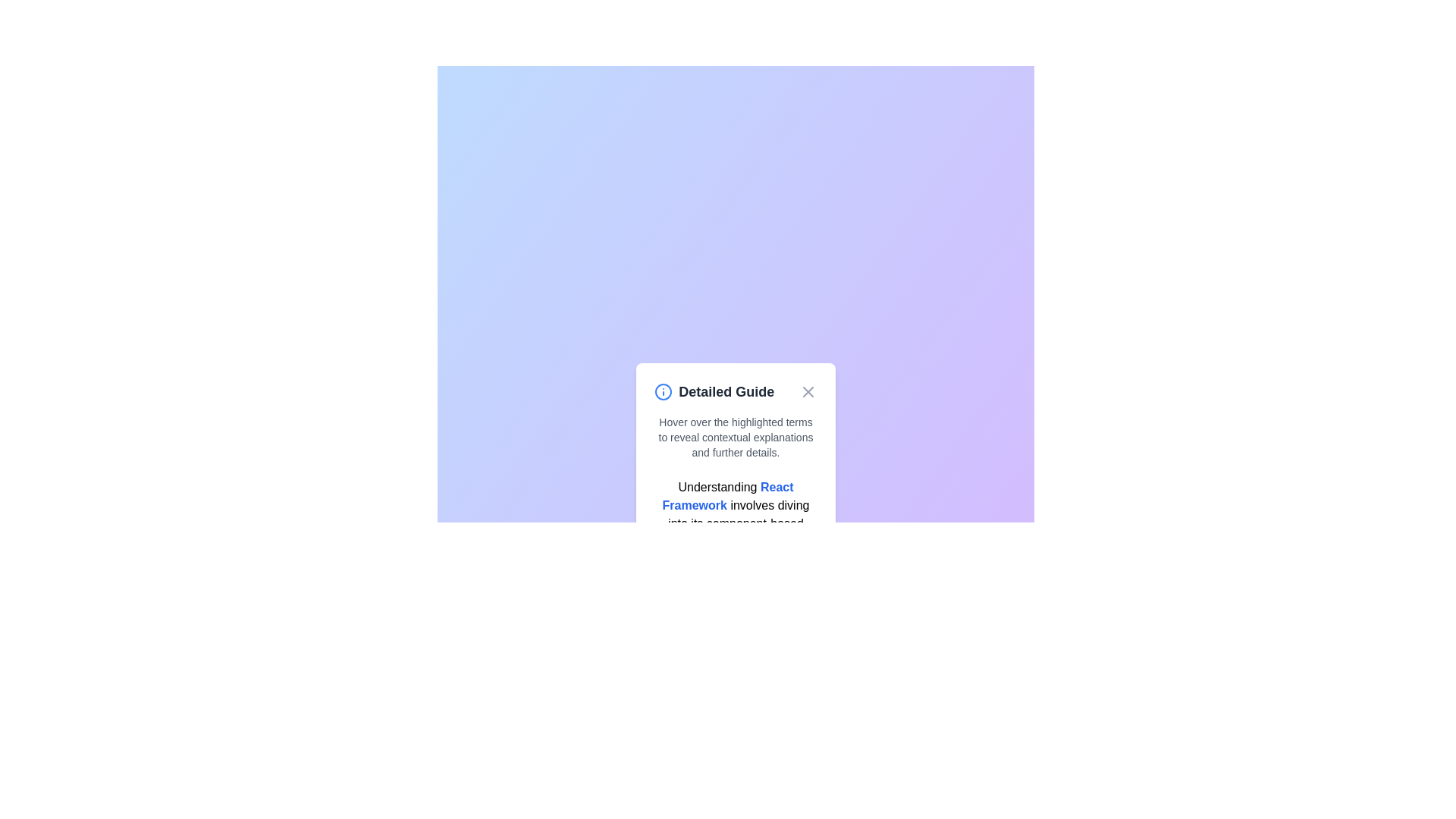  What do you see at coordinates (807, 391) in the screenshot?
I see `the 'X' icon in the top-right corner of the 'Detailed Guide' modal` at bounding box center [807, 391].